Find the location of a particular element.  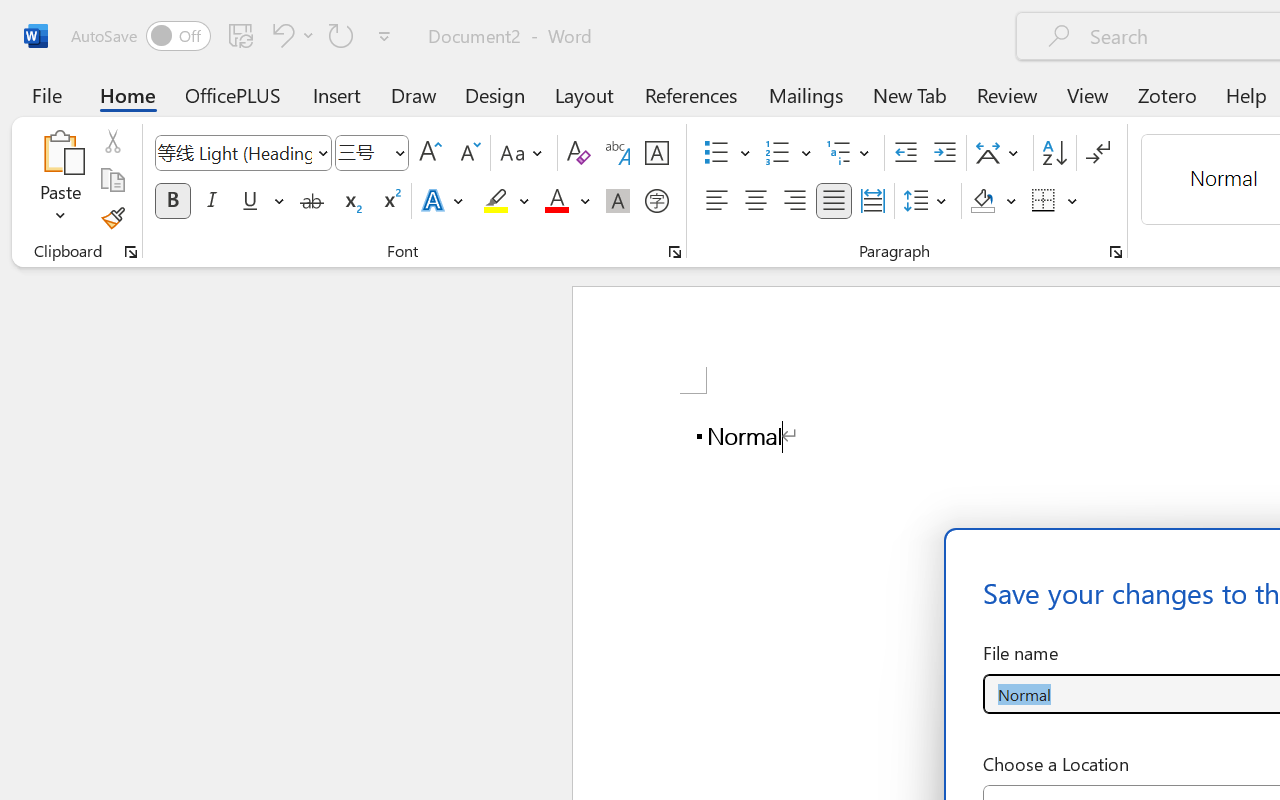

'Strikethrough' is located at coordinates (311, 201).